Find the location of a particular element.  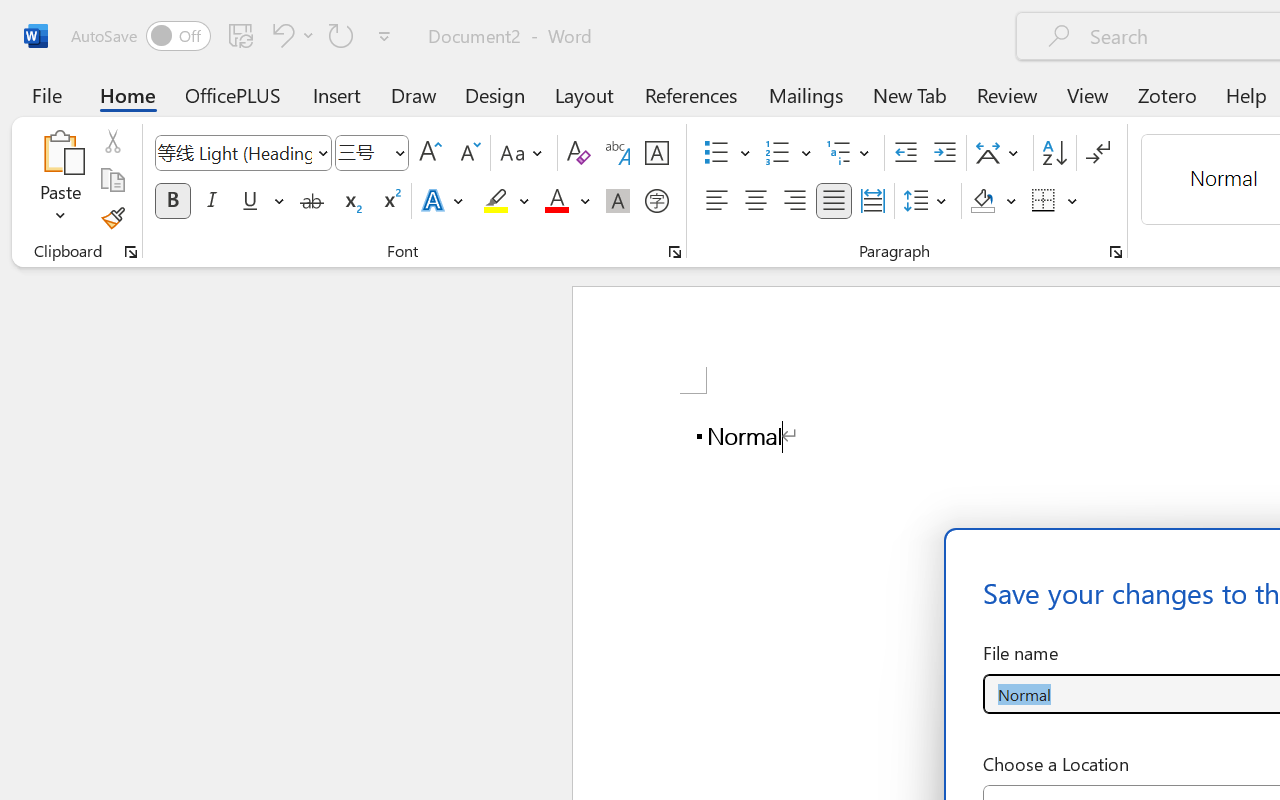

'Strikethrough' is located at coordinates (311, 201).